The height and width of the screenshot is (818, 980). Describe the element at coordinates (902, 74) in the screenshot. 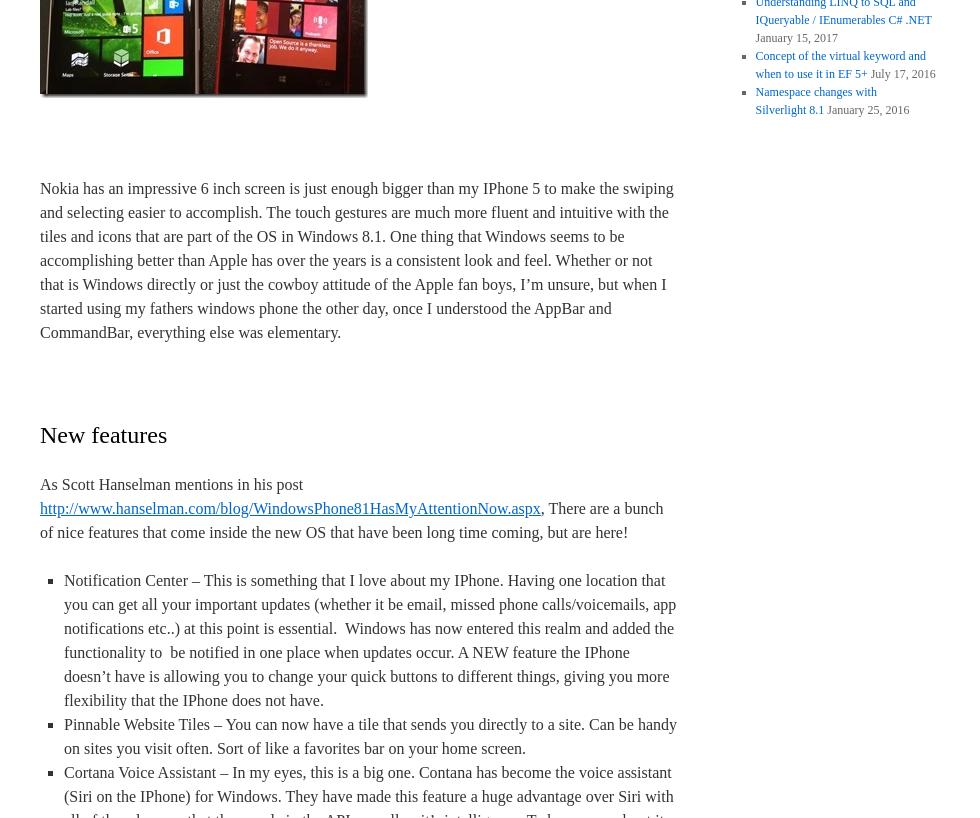

I see `'July 17, 2016'` at that location.